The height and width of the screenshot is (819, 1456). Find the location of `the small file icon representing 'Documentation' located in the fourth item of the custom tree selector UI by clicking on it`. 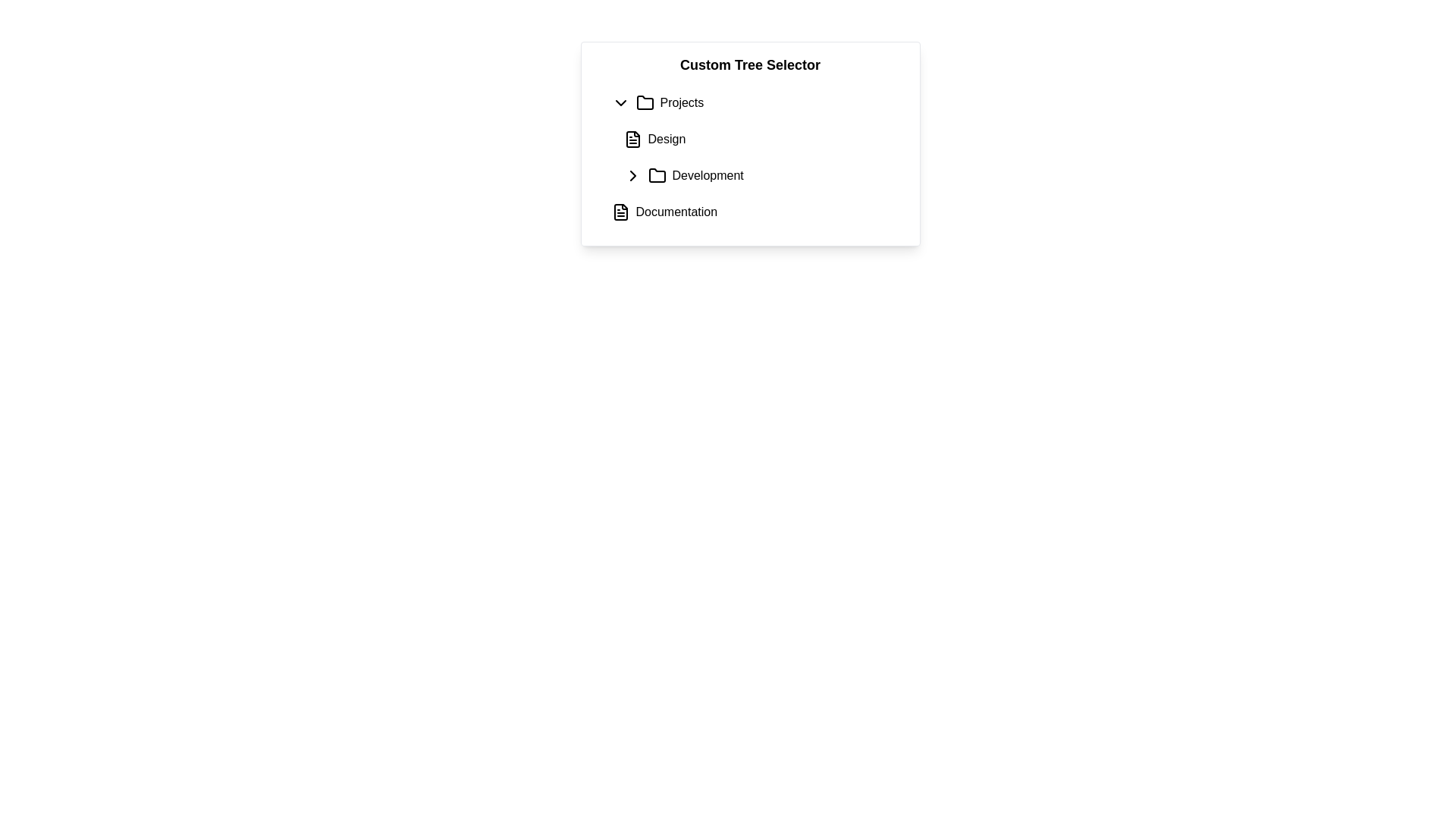

the small file icon representing 'Documentation' located in the fourth item of the custom tree selector UI by clicking on it is located at coordinates (620, 212).